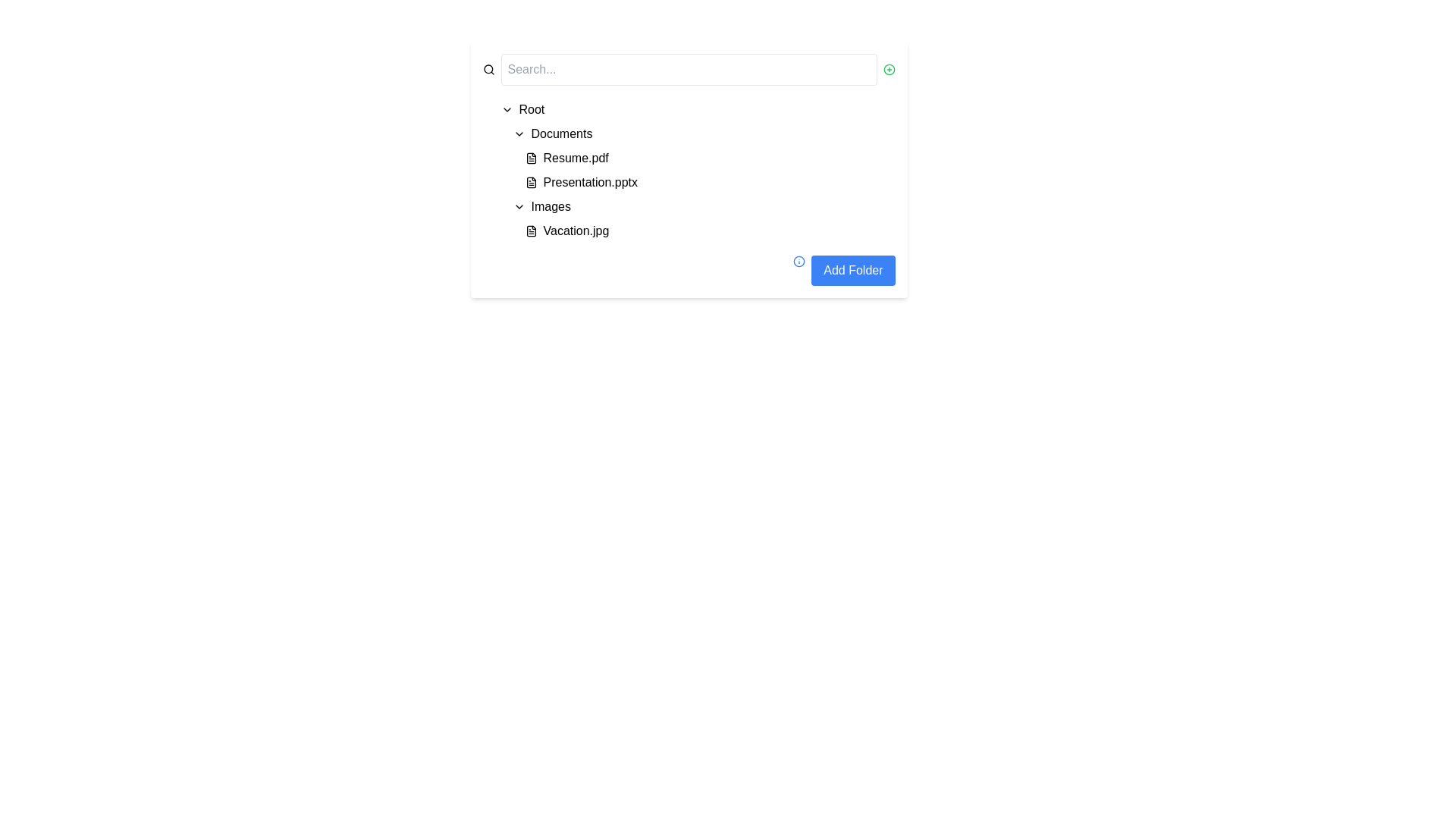 The height and width of the screenshot is (819, 1456). Describe the element at coordinates (706, 181) in the screenshot. I see `to select the file entry named 'Presentation.pptx', which is the second item under the 'Documents' section in the folder structure interface` at that location.